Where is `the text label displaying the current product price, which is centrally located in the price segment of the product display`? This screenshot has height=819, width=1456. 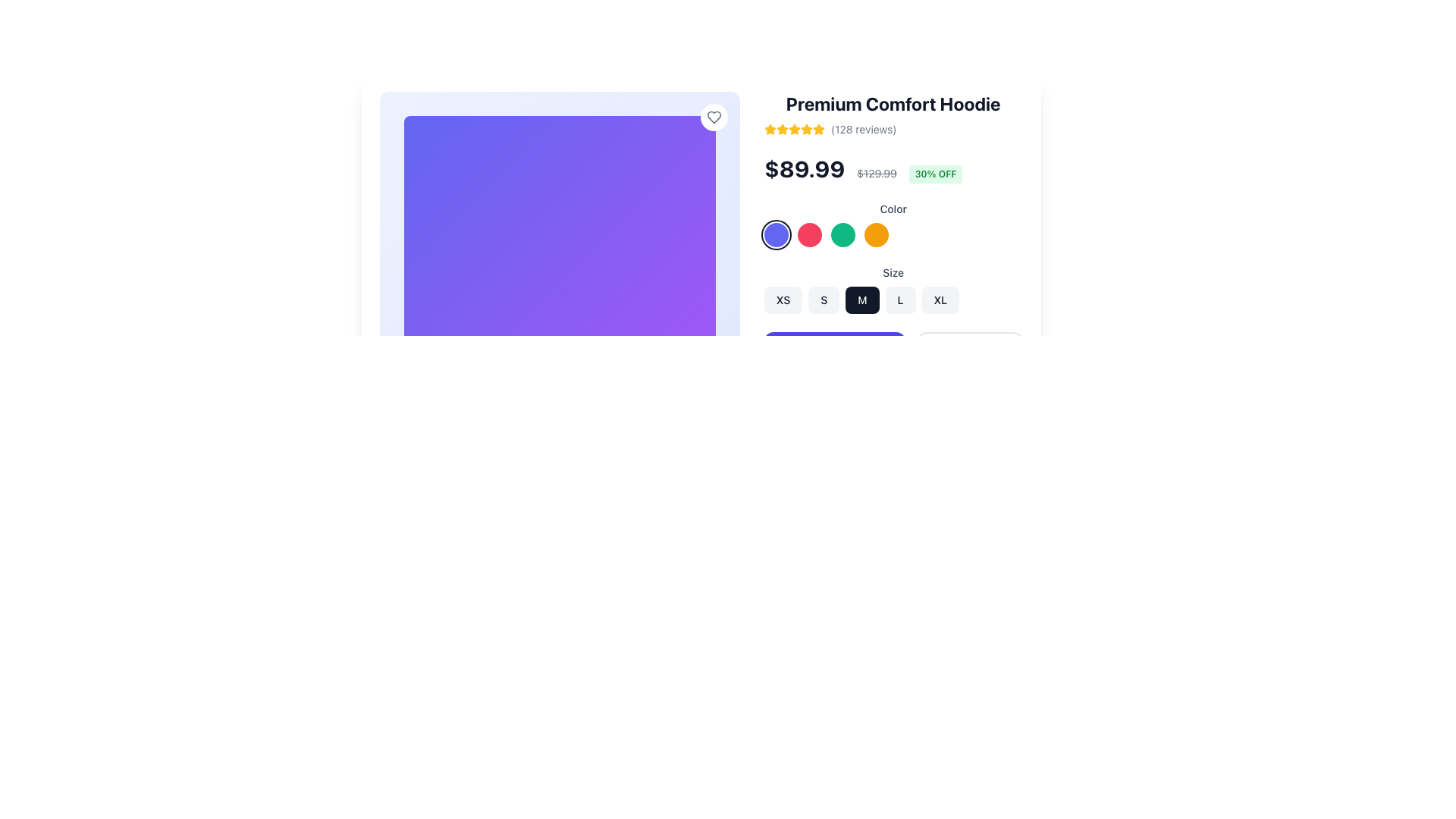
the text label displaying the current product price, which is centrally located in the price segment of the product display is located at coordinates (804, 169).